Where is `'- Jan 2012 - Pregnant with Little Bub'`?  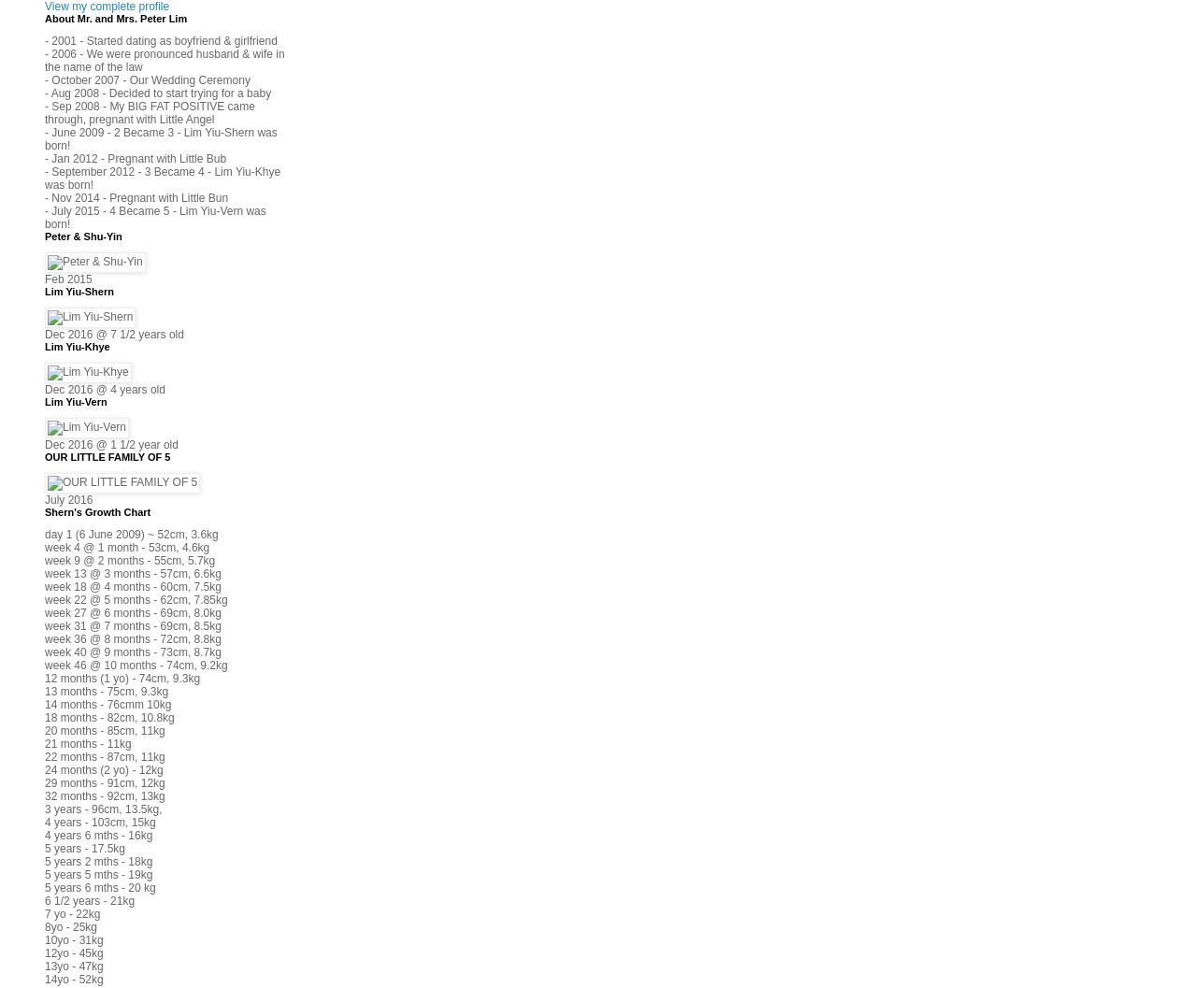
'- Jan 2012 - Pregnant with Little Bub' is located at coordinates (136, 158).